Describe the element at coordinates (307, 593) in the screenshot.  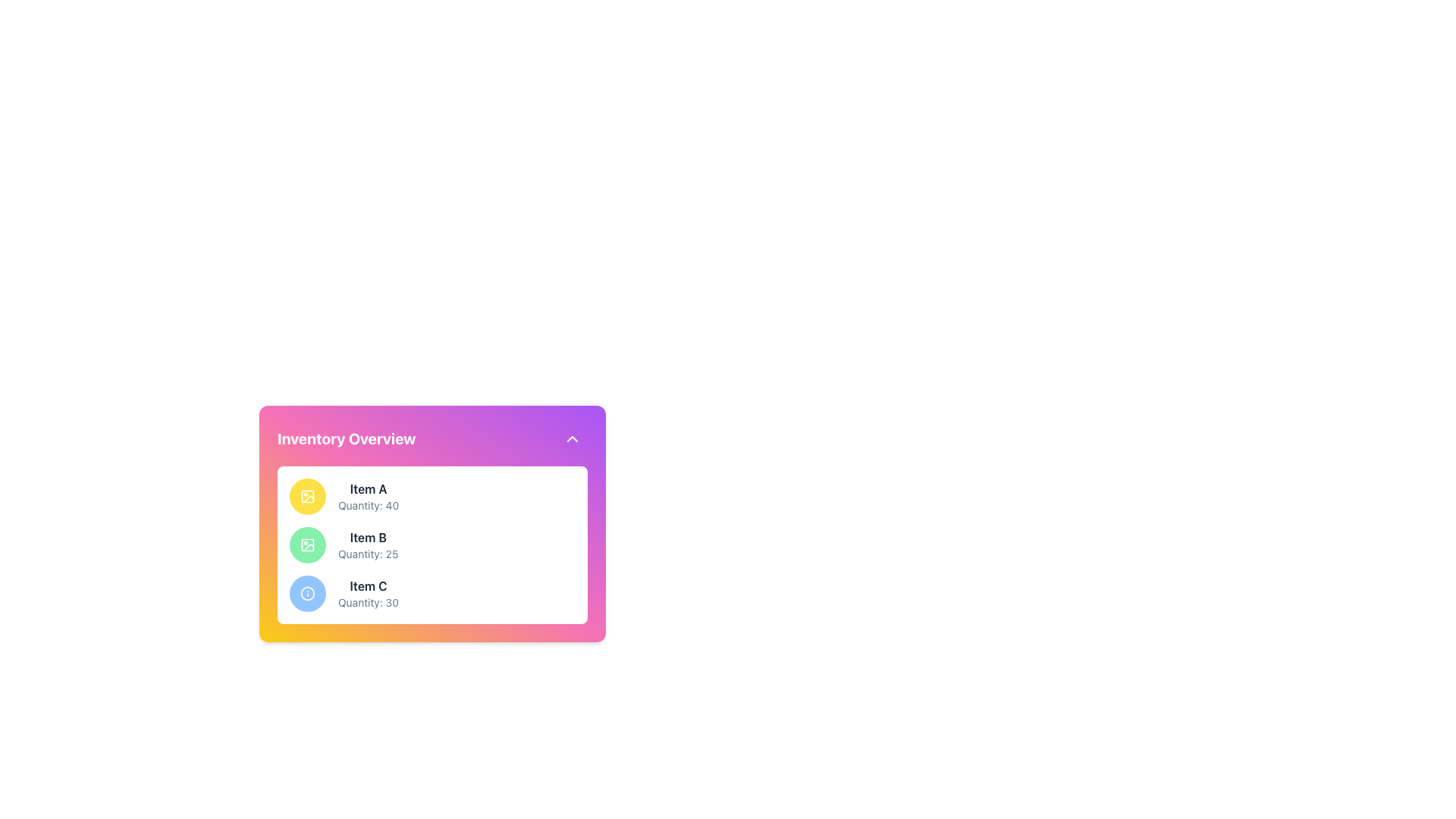
I see `the icon representing 'Item C' located in the Inventory Overview section` at that location.